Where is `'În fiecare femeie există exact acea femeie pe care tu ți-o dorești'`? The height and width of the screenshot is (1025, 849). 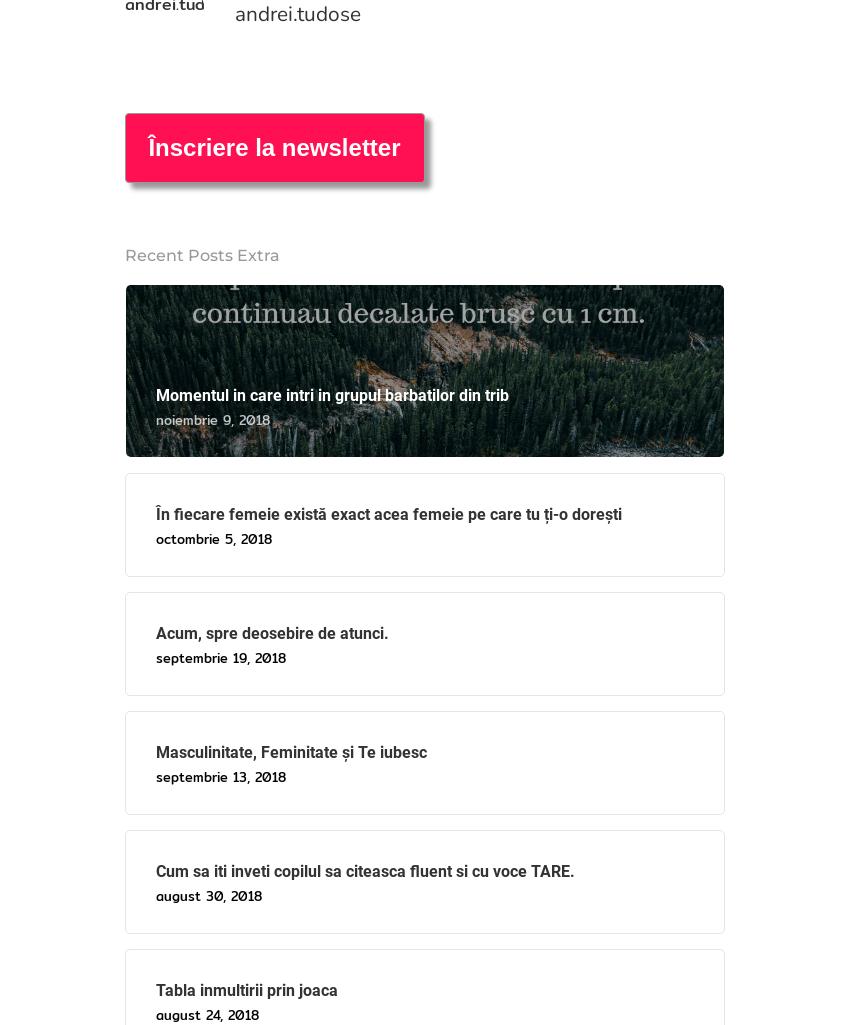 'În fiecare femeie există exact acea femeie pe care tu ți-o dorești' is located at coordinates (386, 512).